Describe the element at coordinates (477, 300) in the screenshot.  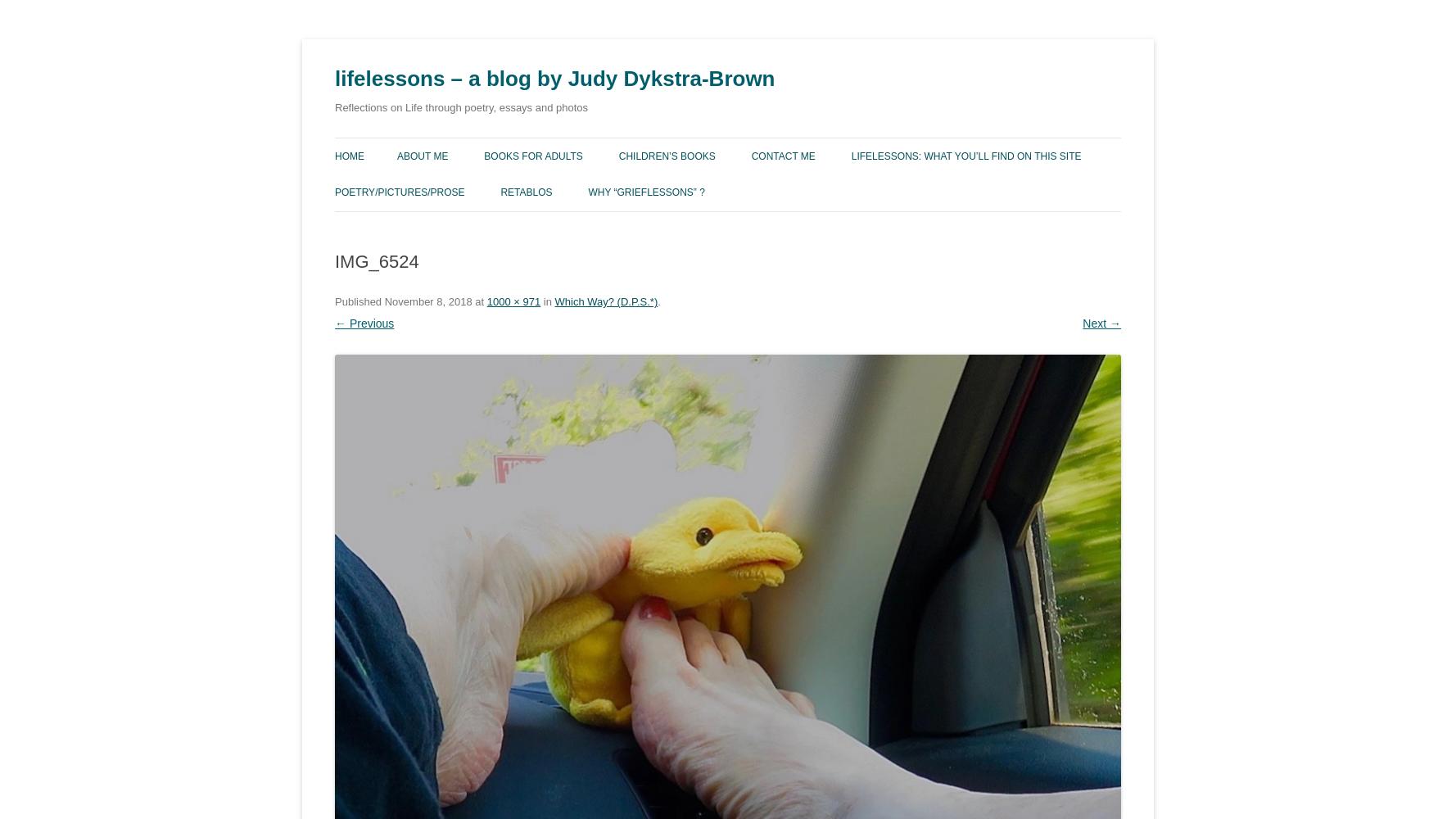
I see `'at'` at that location.